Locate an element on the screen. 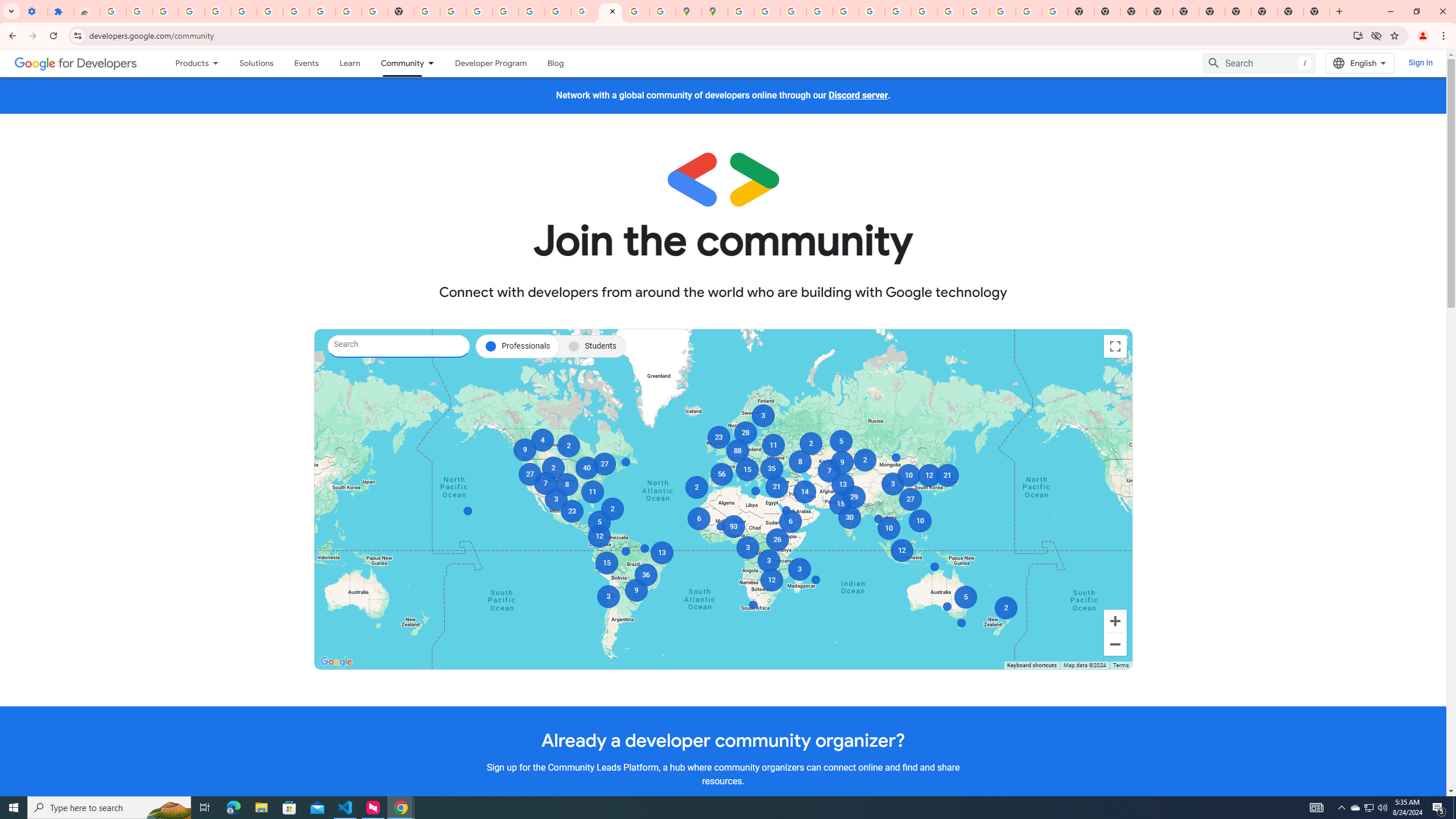  'Extensions' is located at coordinates (60, 11).